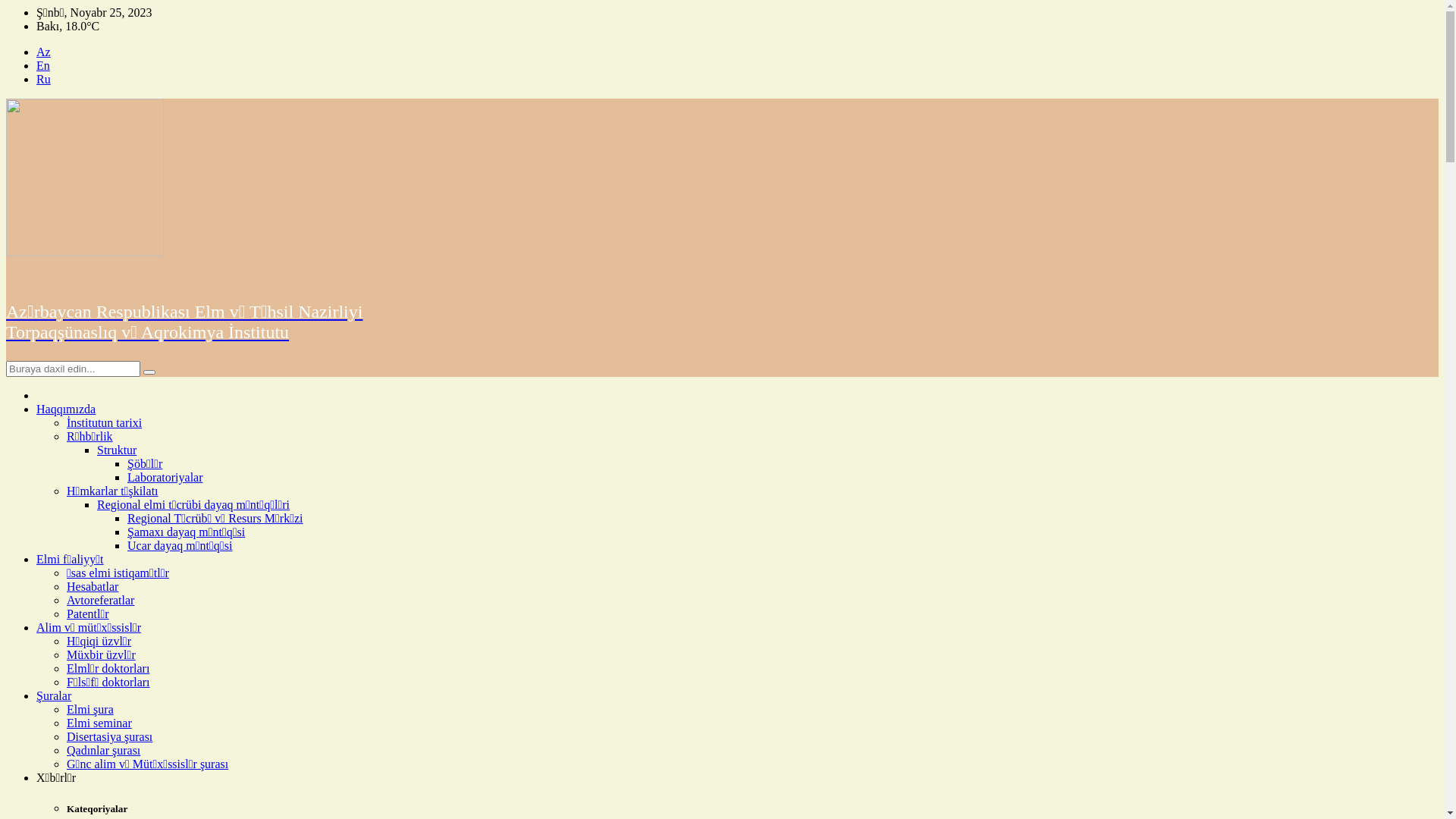 Image resolution: width=1456 pixels, height=819 pixels. What do you see at coordinates (165, 476) in the screenshot?
I see `'Laboratoriyalar'` at bounding box center [165, 476].